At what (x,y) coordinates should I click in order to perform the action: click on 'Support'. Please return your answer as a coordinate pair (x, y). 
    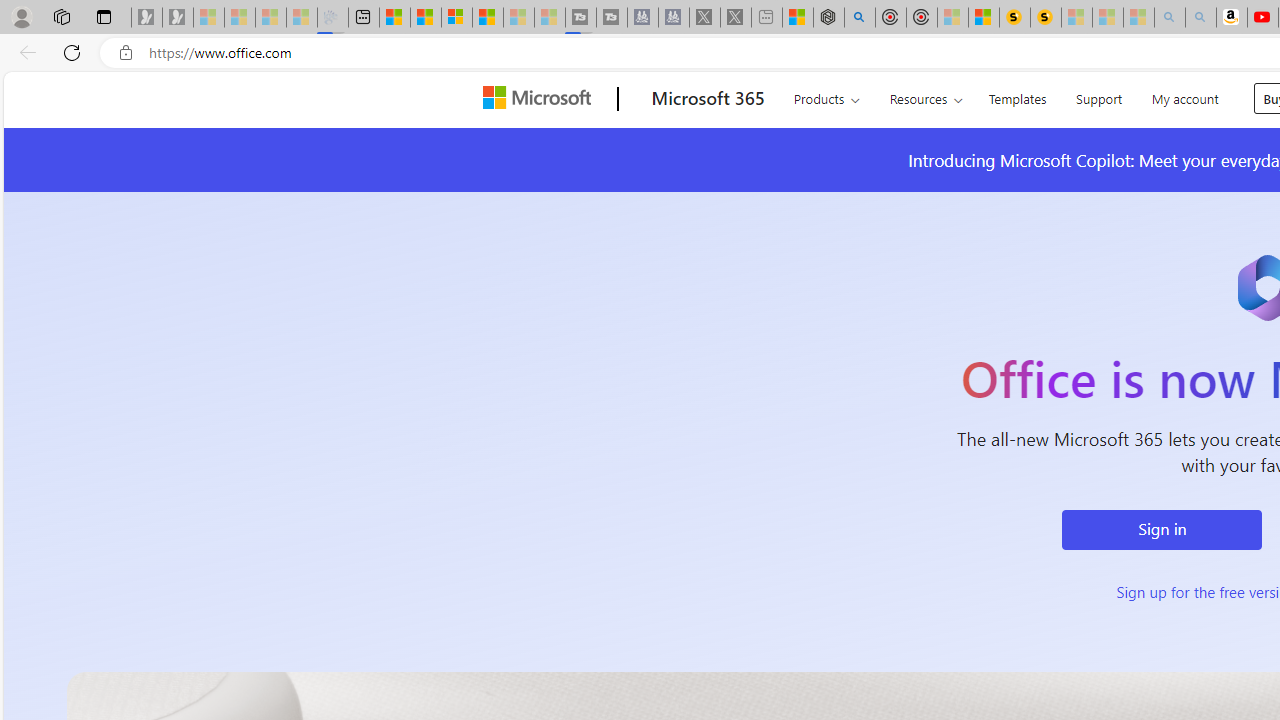
    Looking at the image, I should click on (1098, 96).